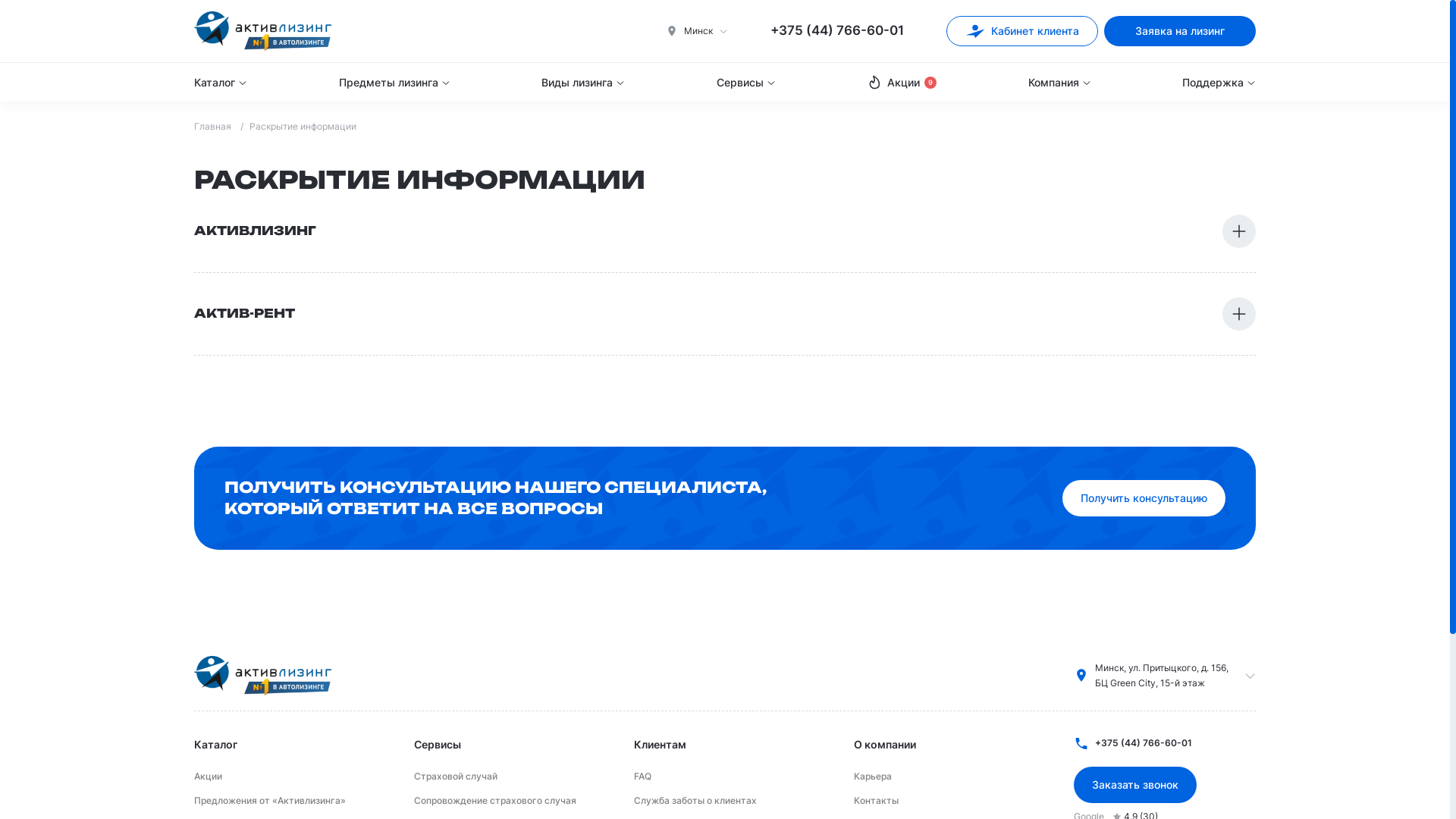 The height and width of the screenshot is (819, 1456). I want to click on 'FAQ', so click(642, 776).